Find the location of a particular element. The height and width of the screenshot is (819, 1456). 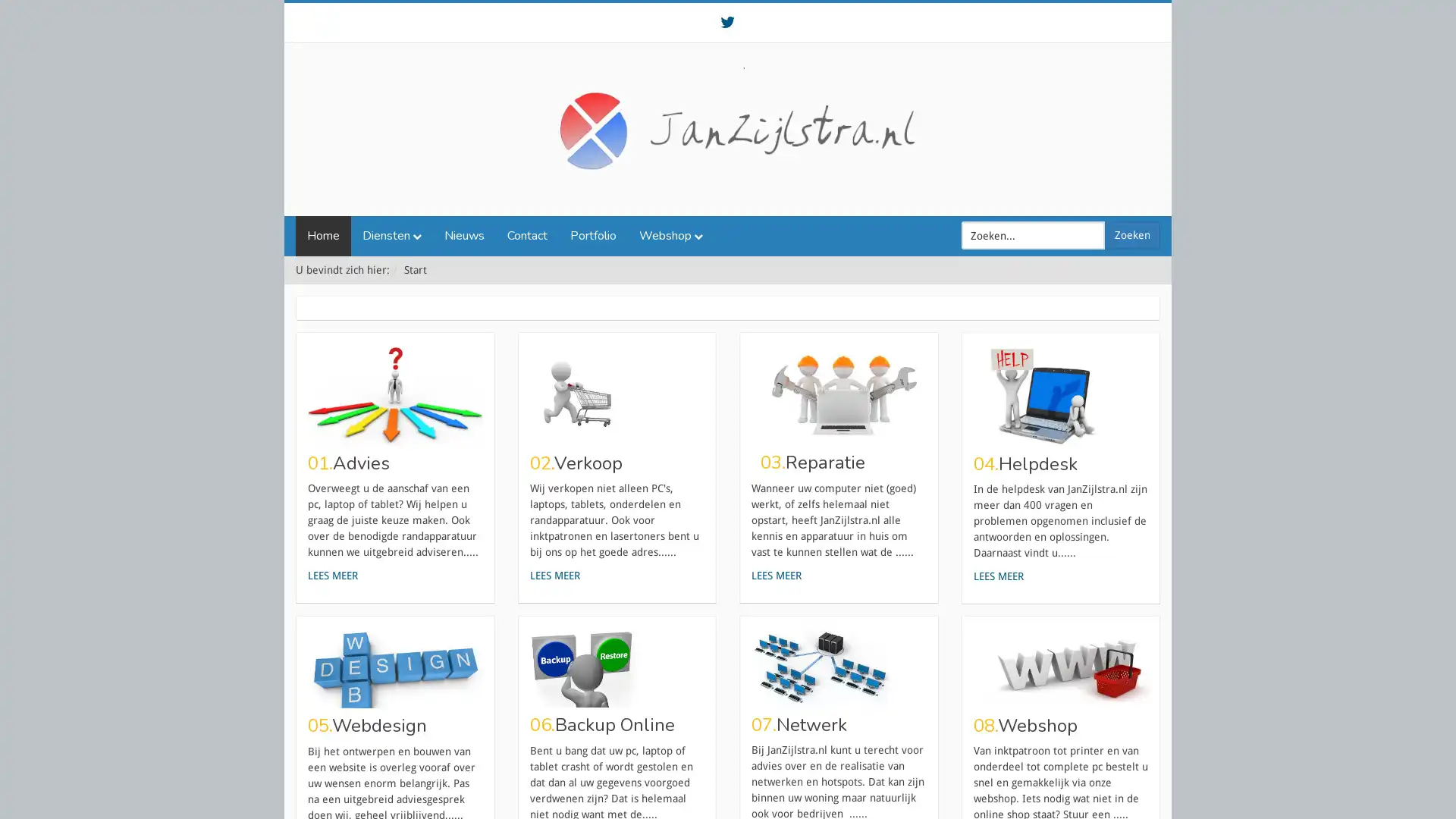

Zoeken is located at coordinates (1132, 235).